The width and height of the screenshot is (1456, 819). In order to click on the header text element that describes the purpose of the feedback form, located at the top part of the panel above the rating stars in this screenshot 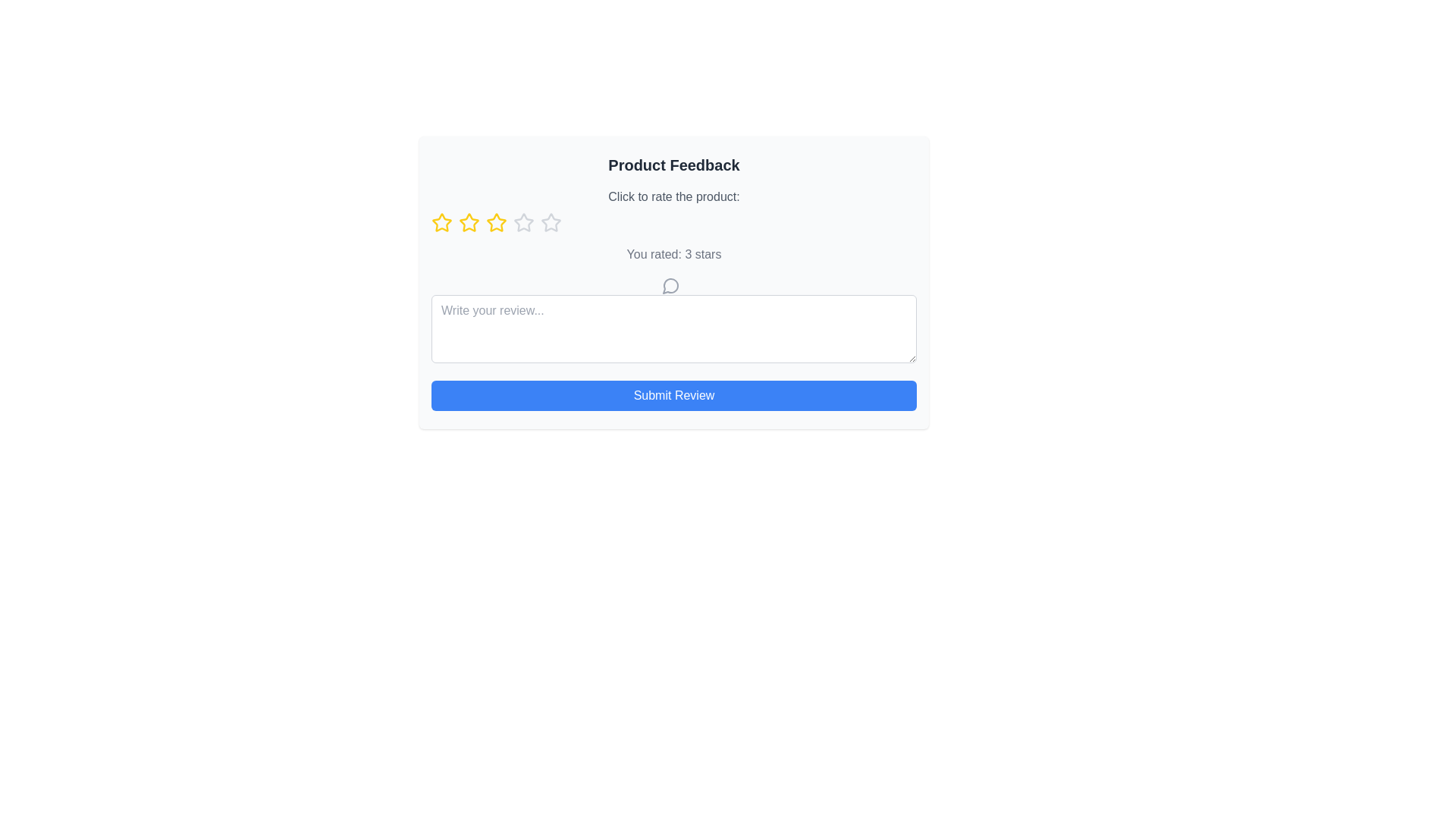, I will do `click(673, 165)`.